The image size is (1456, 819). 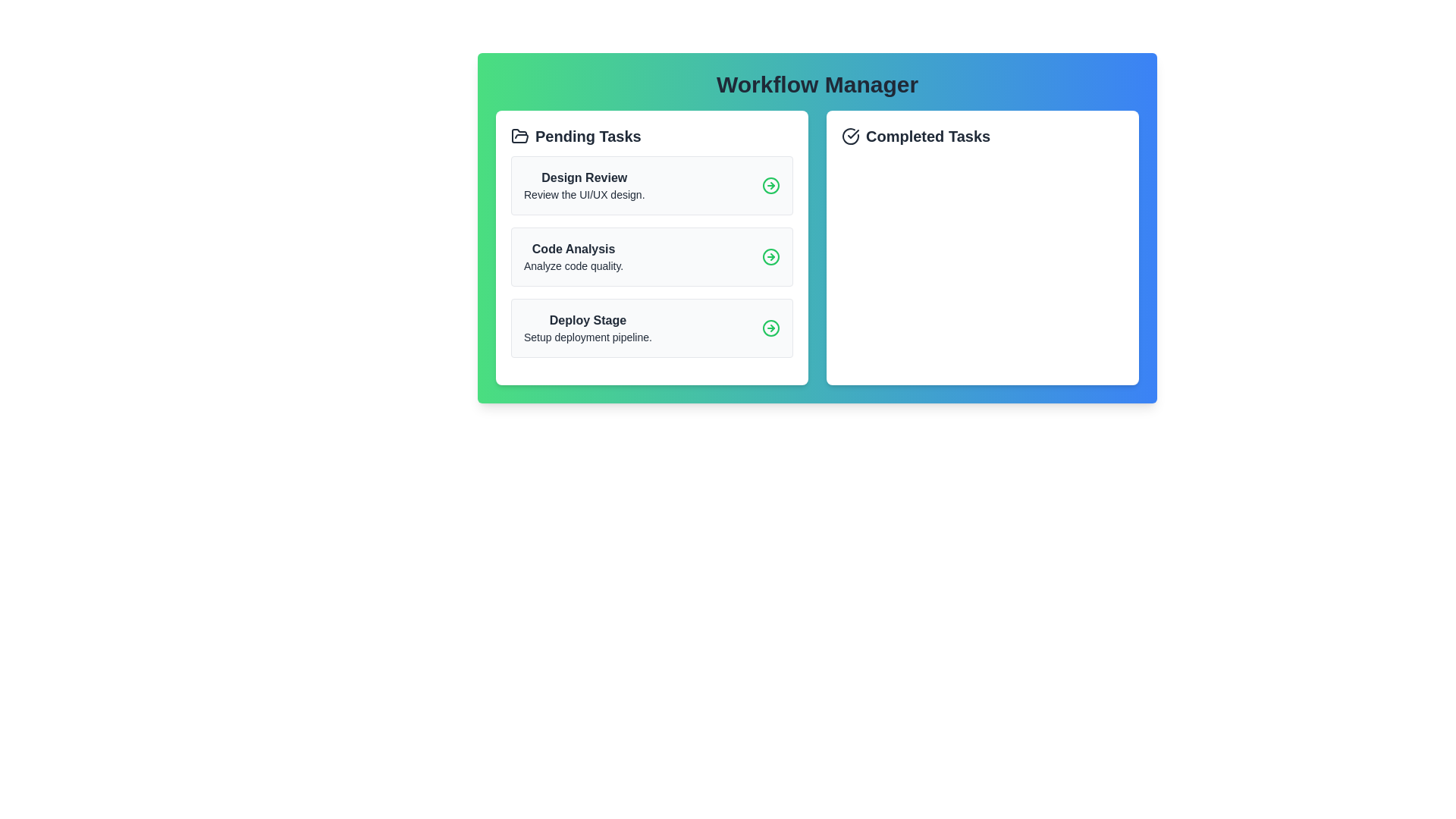 What do you see at coordinates (583, 185) in the screenshot?
I see `text content of the Text Block labeled 'Design Review' which is the first item under 'Pending Tasks'` at bounding box center [583, 185].